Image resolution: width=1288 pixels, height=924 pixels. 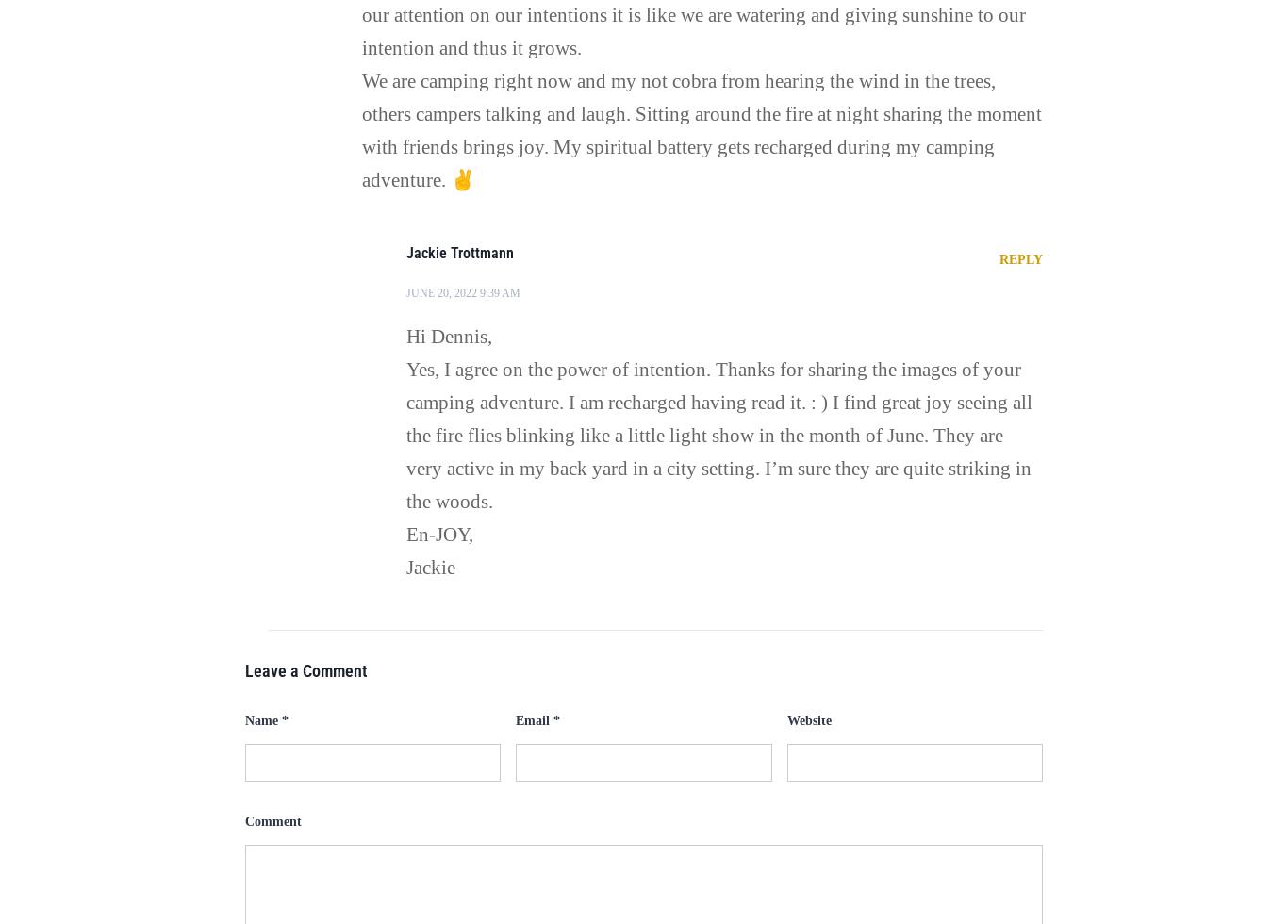 What do you see at coordinates (449, 336) in the screenshot?
I see `'Hi Dennis,'` at bounding box center [449, 336].